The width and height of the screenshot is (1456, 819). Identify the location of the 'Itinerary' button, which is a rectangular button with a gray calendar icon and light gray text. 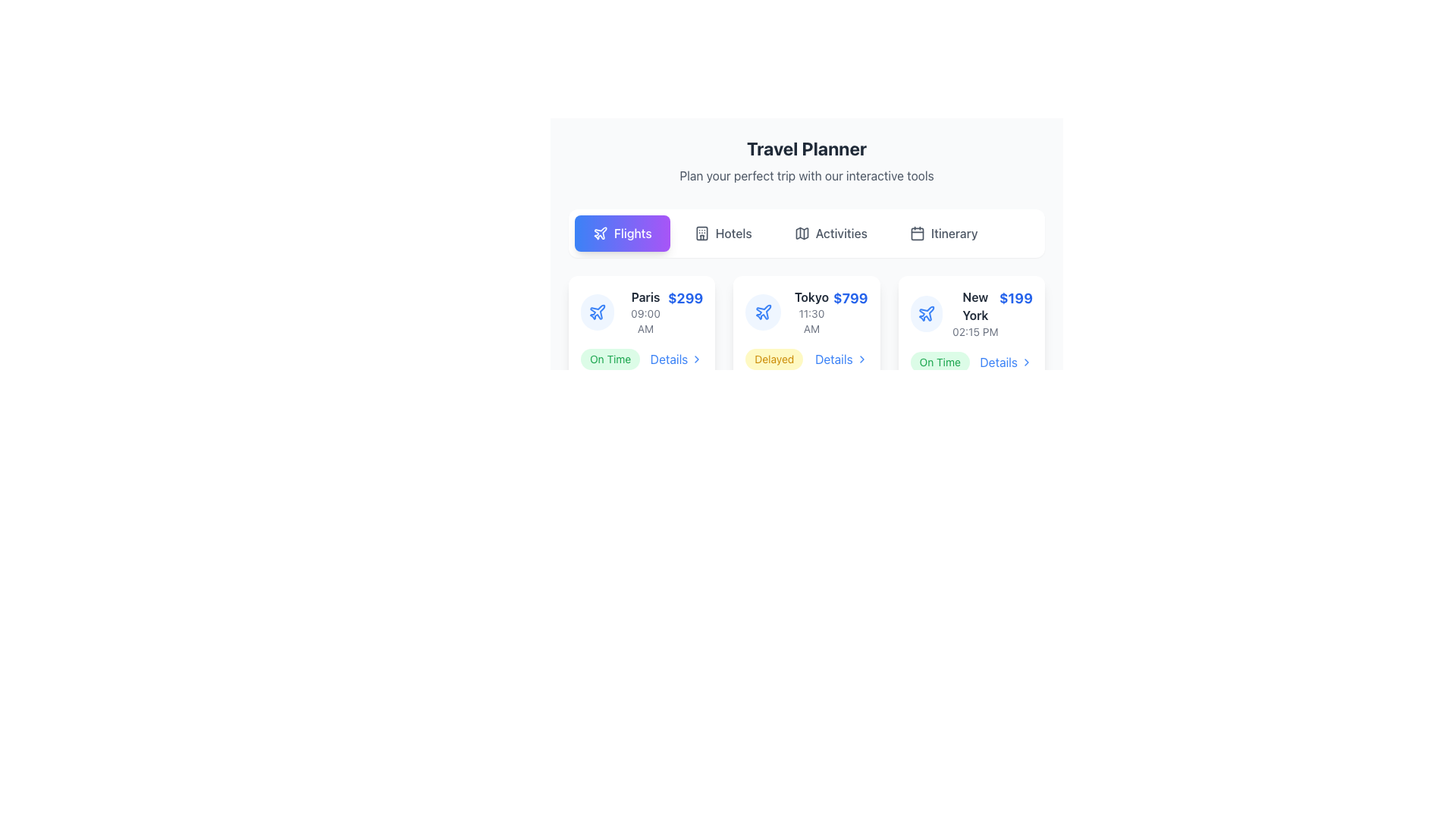
(943, 234).